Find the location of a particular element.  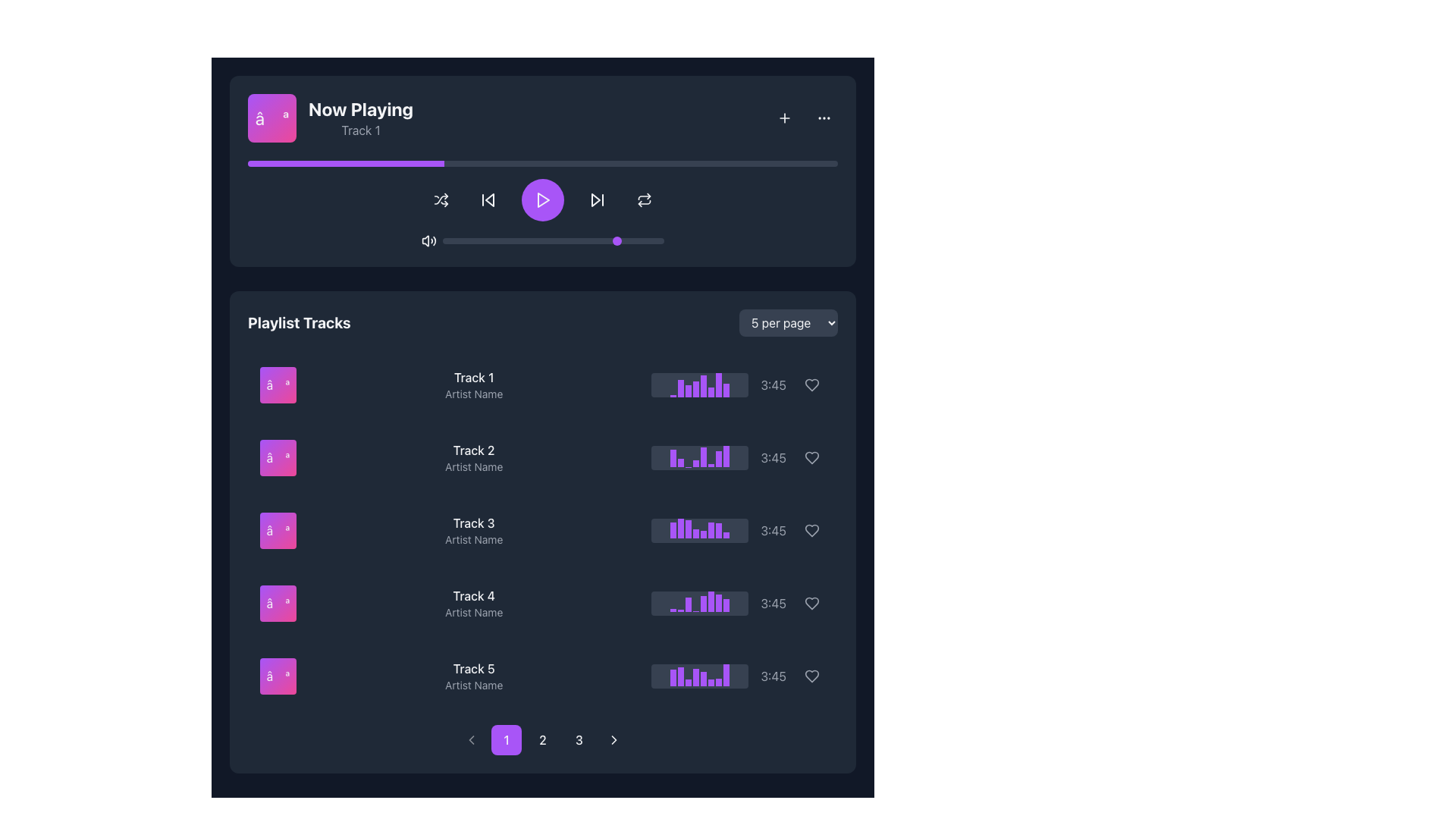

playback progress is located at coordinates (265, 164).